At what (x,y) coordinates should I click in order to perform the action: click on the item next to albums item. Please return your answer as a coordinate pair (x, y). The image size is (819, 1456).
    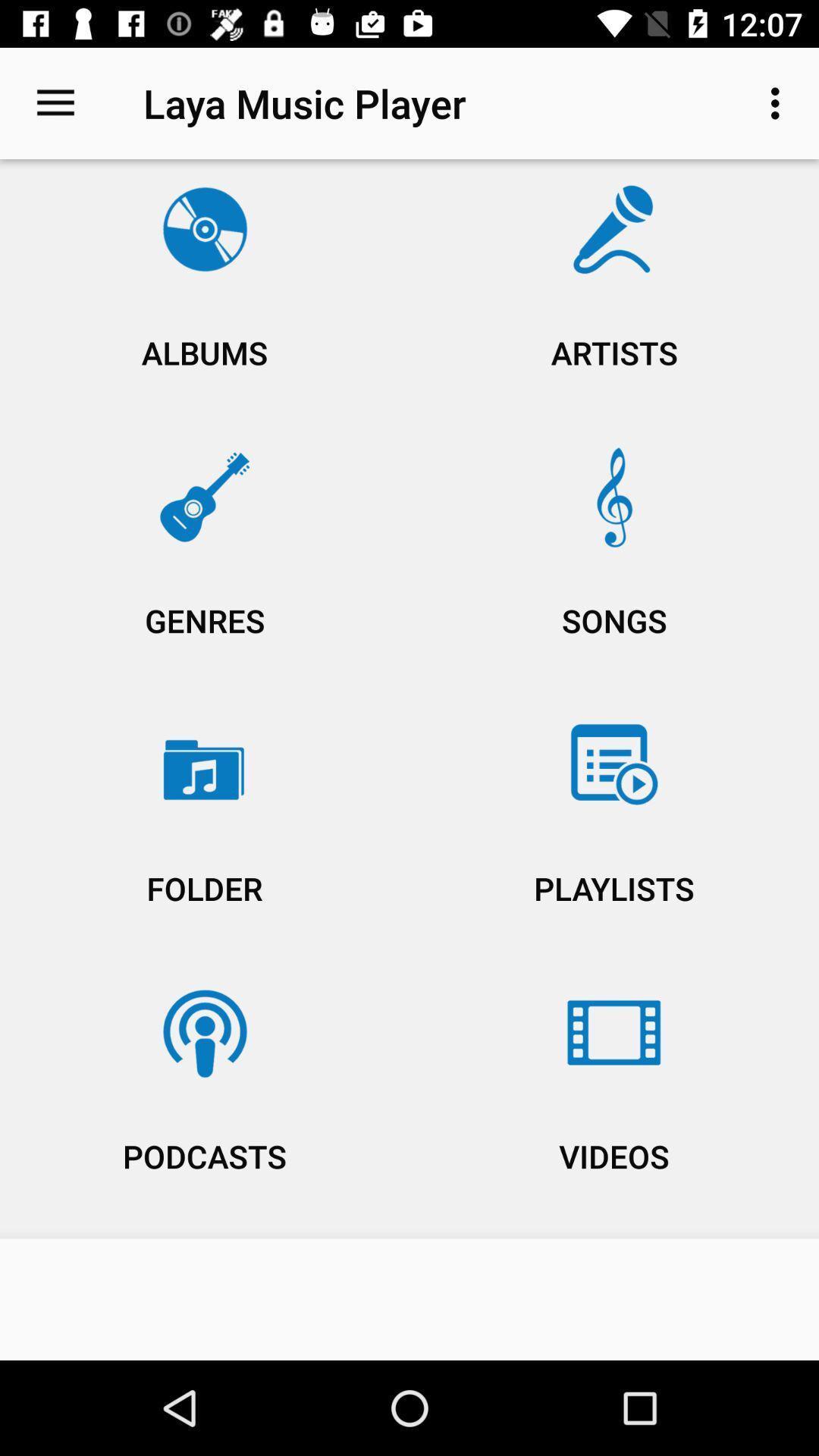
    Looking at the image, I should click on (614, 564).